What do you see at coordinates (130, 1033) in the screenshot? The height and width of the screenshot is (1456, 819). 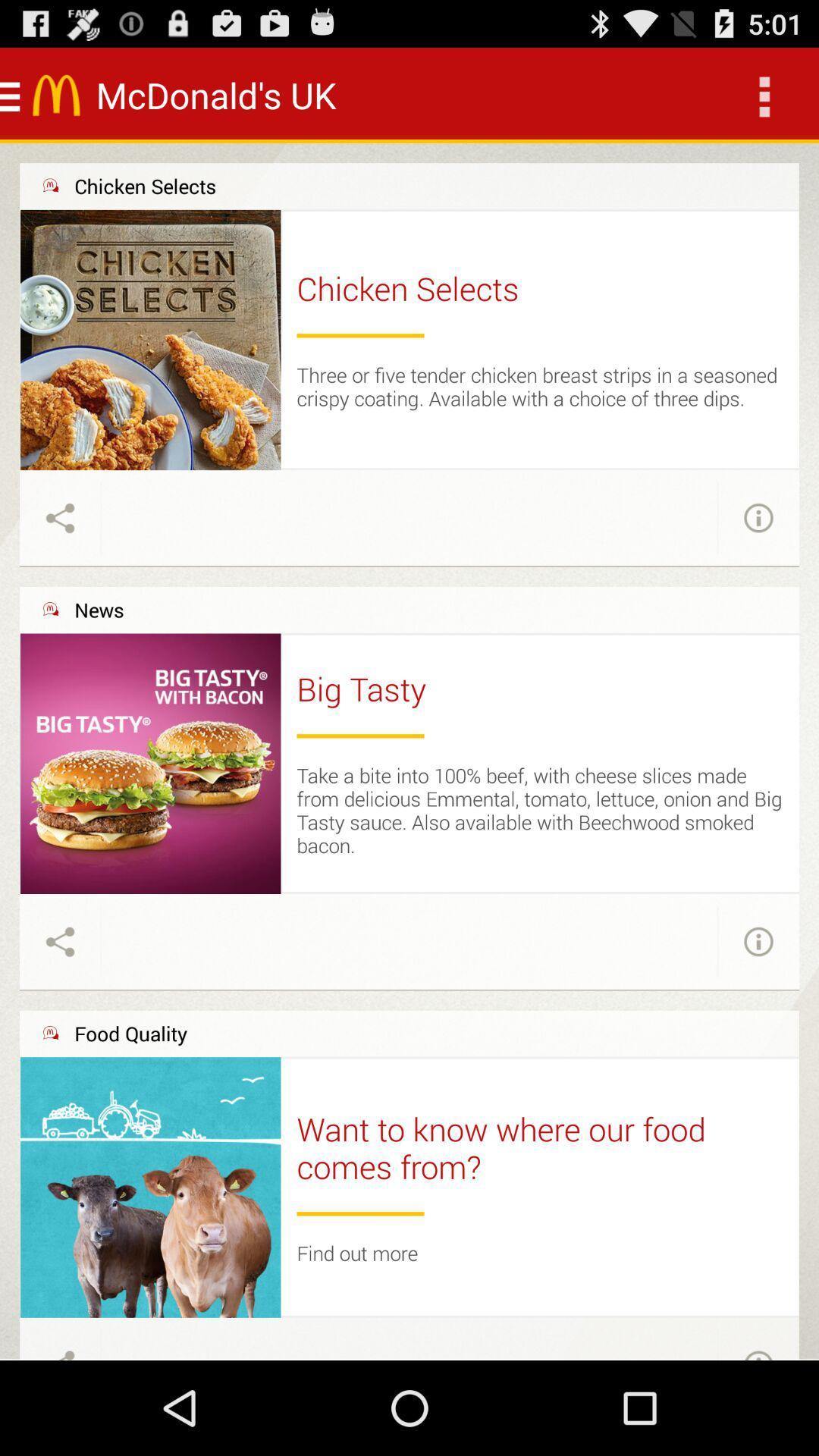 I see `the food quality` at bounding box center [130, 1033].